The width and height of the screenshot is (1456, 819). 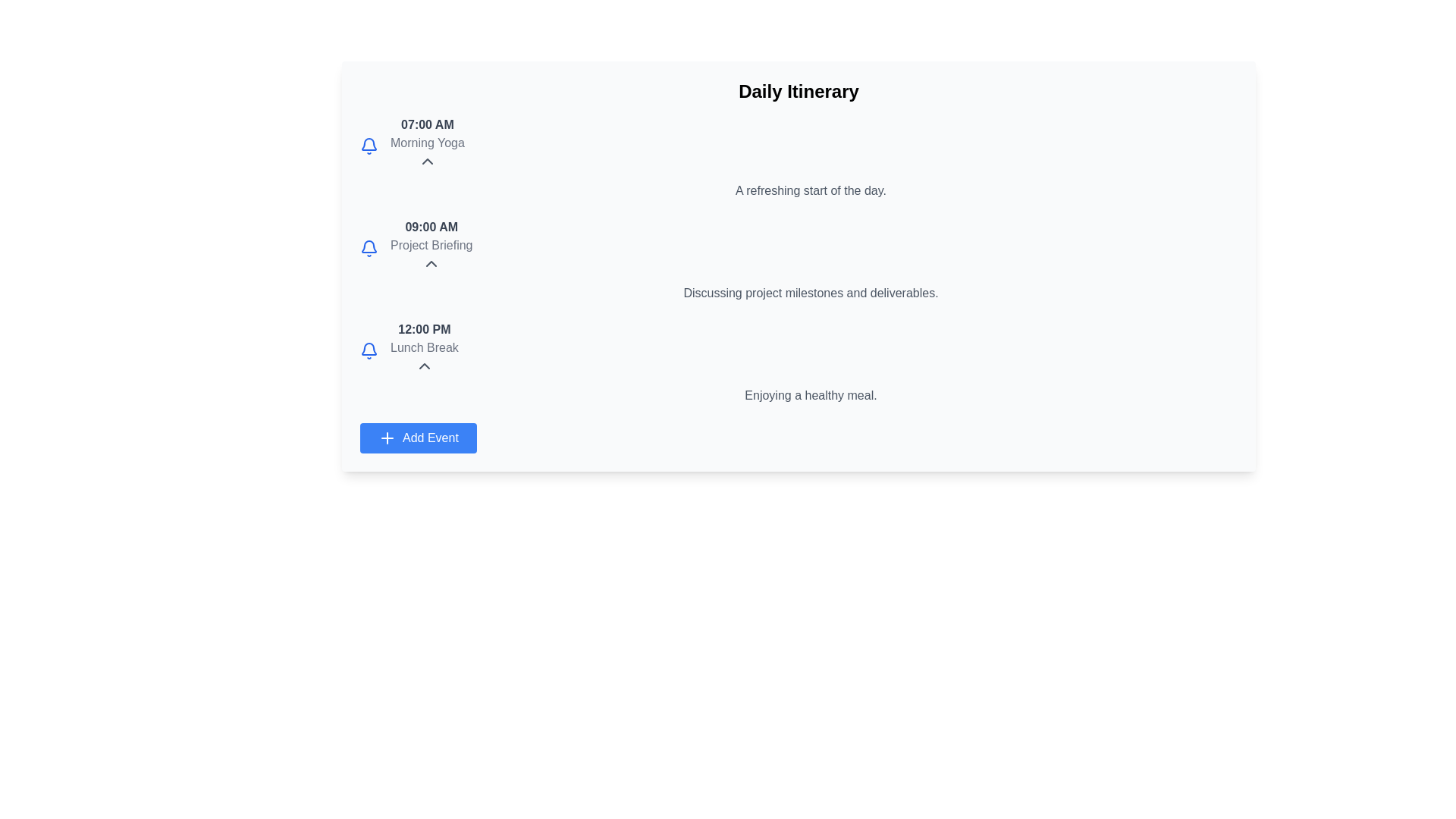 What do you see at coordinates (426, 124) in the screenshot?
I see `the text label displaying '07:00 AM', which is in bold, dark gray font and positioned at the top of a schedule entry` at bounding box center [426, 124].